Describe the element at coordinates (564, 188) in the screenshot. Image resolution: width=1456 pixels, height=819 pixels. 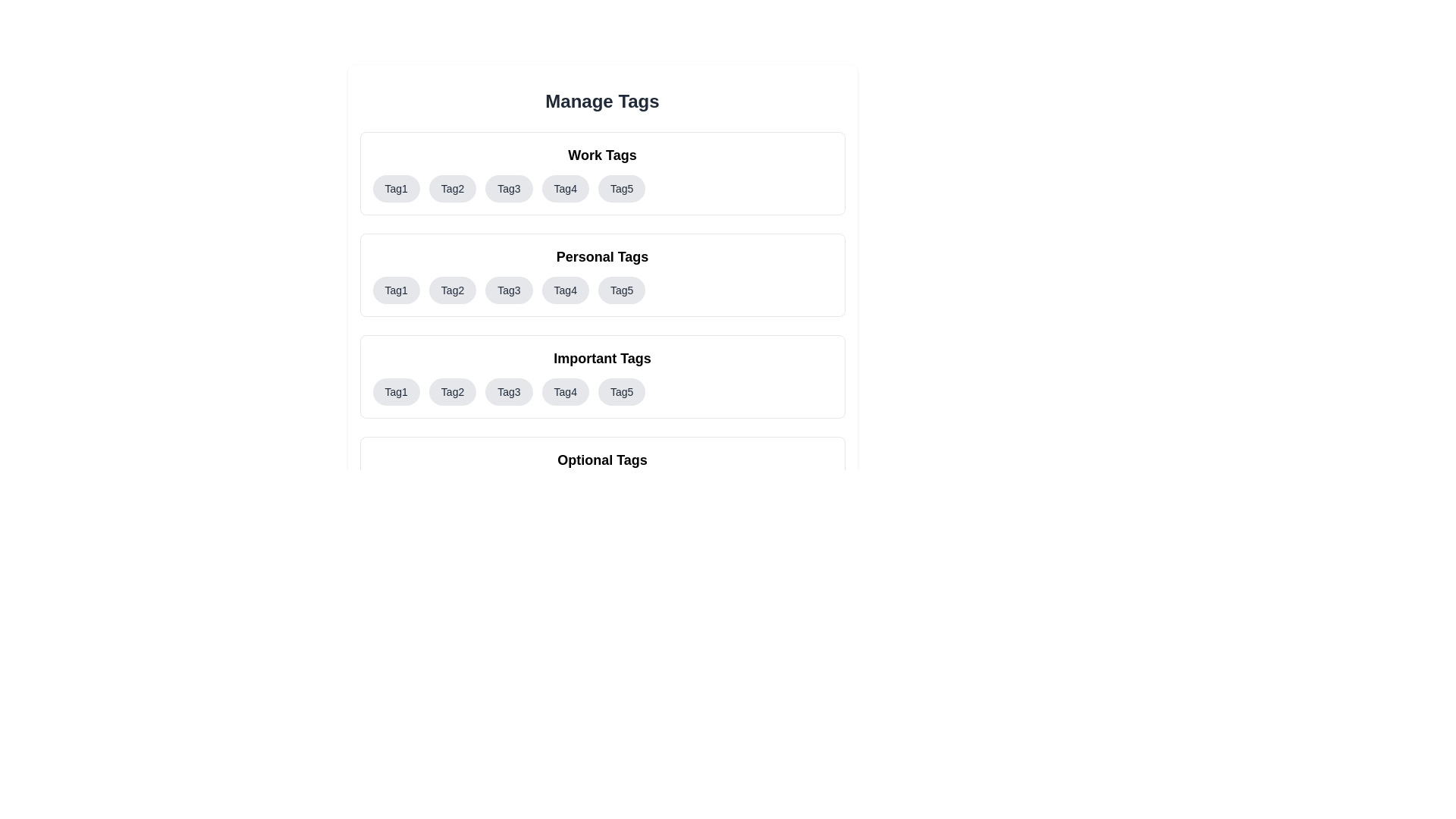
I see `the 'Tag4' button, which is a rounded rectangular button with dark gray text on a light gray background, located in the 'Work Tags' section underneath the 'Manage Tags' header` at that location.